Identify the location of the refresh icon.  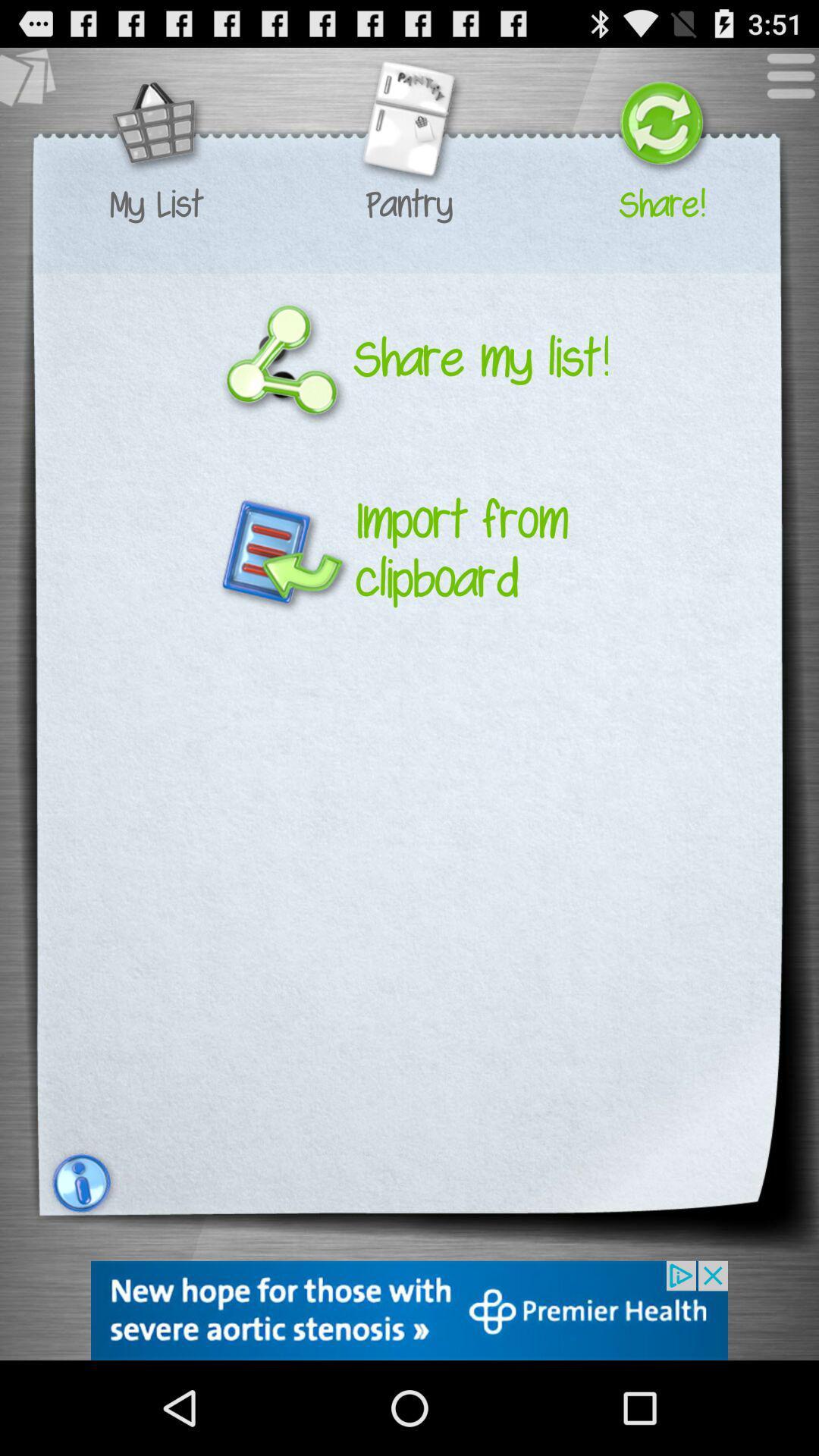
(661, 134).